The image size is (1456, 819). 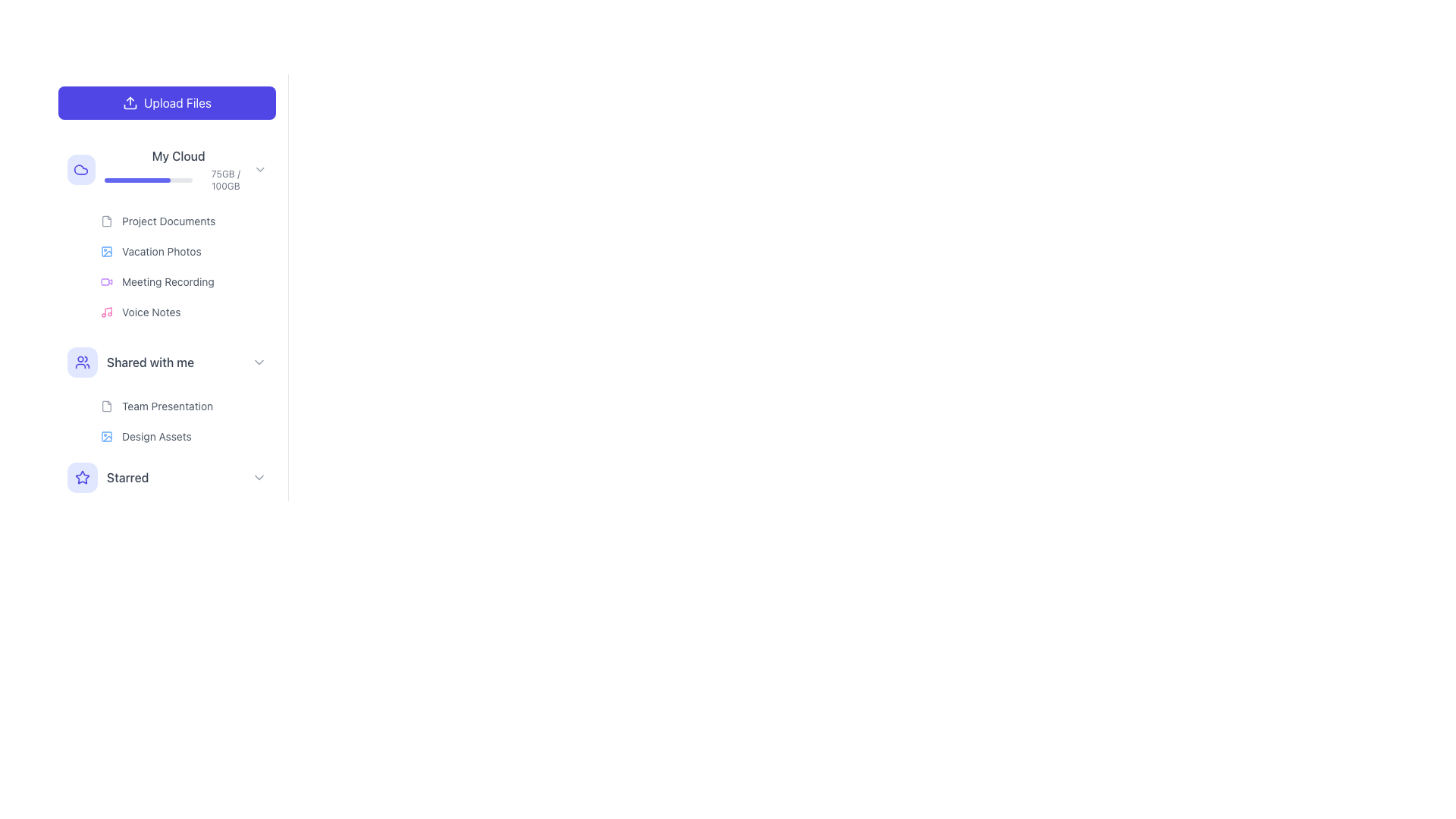 What do you see at coordinates (82, 476) in the screenshot?
I see `the indigo blue star icon located in the left pane under the 'Starred' section` at bounding box center [82, 476].